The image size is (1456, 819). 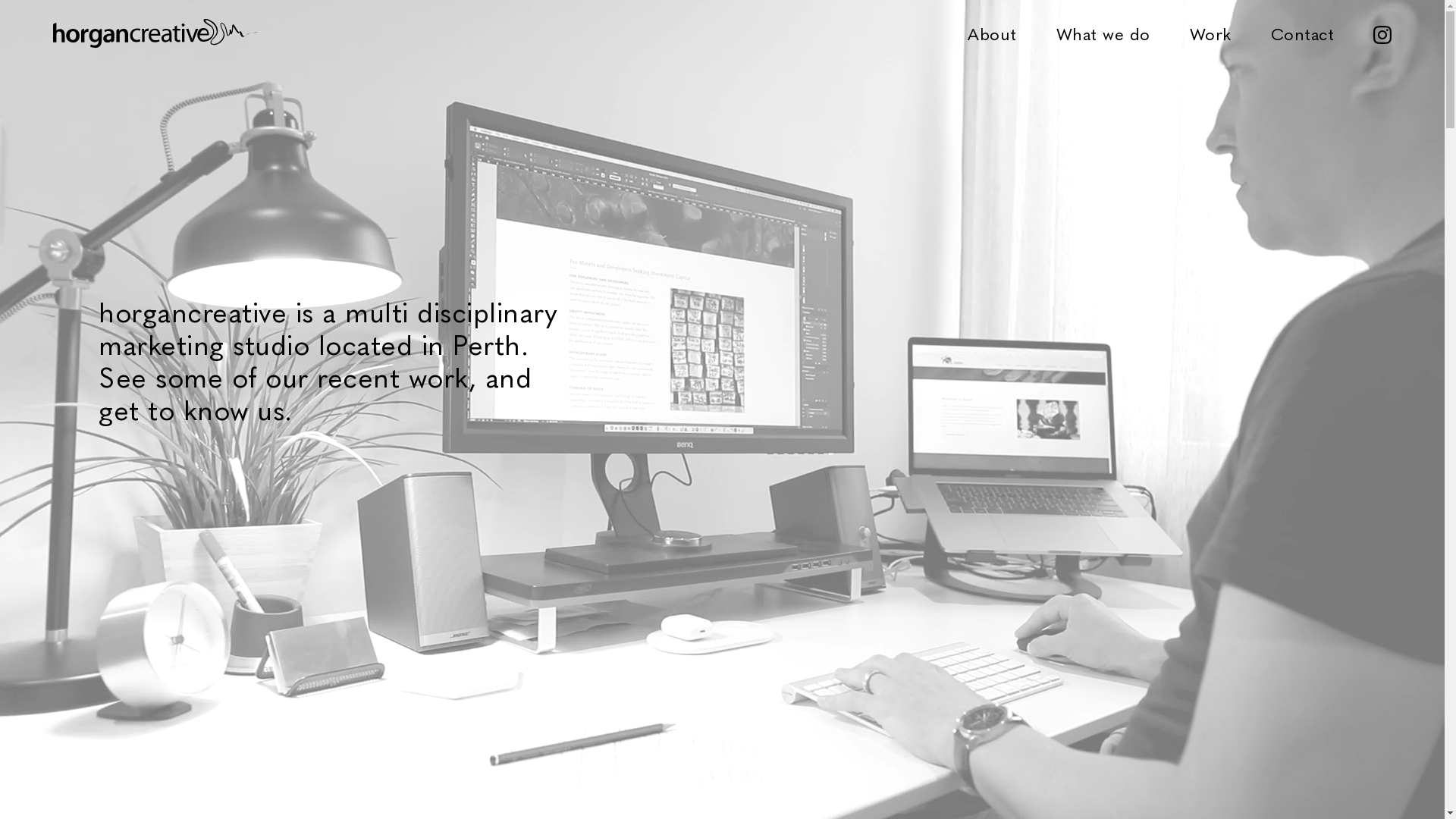 What do you see at coordinates (1302, 33) in the screenshot?
I see `'Contact'` at bounding box center [1302, 33].